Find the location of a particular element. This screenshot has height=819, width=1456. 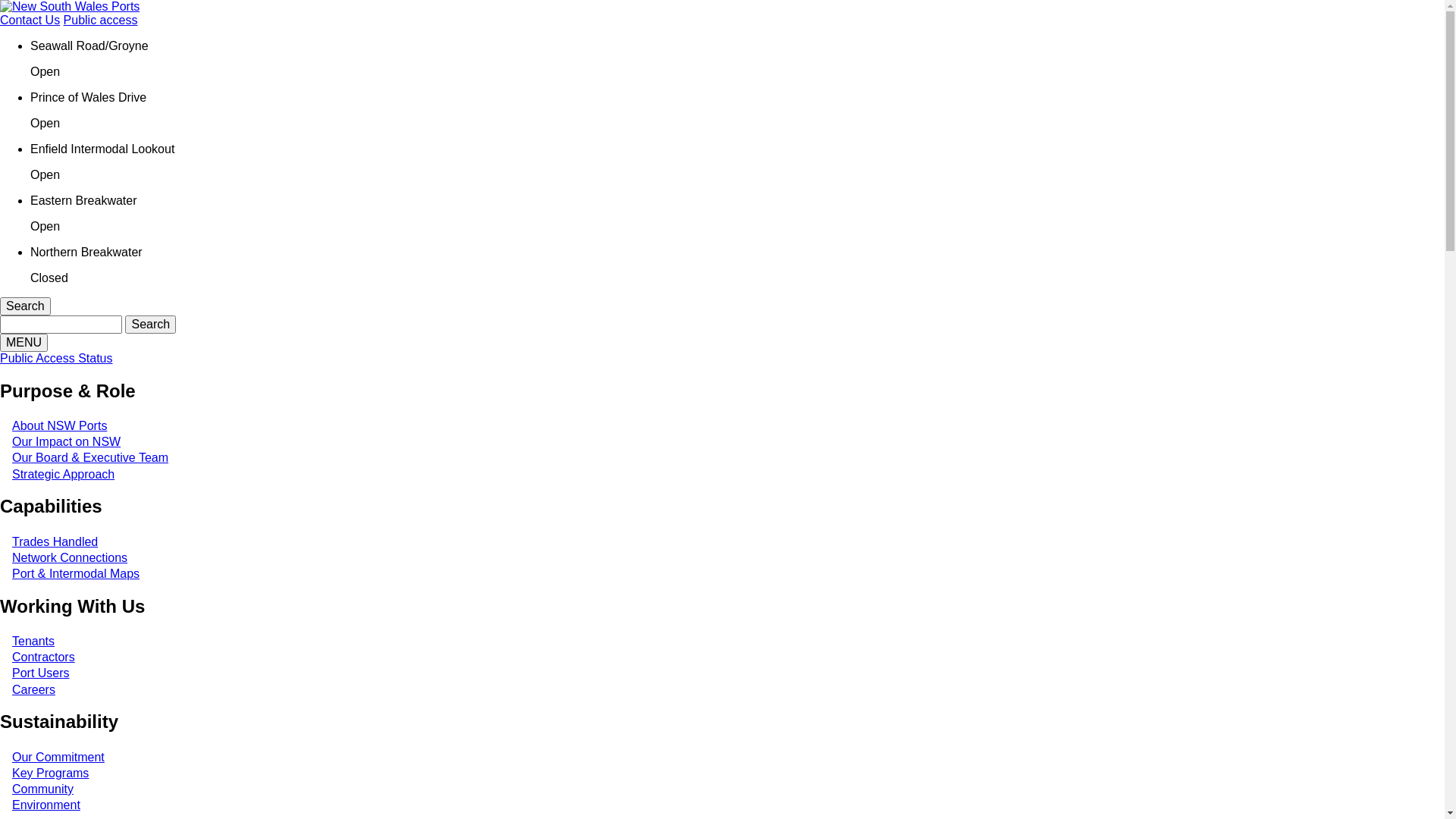

'Network Connections' is located at coordinates (11, 557).